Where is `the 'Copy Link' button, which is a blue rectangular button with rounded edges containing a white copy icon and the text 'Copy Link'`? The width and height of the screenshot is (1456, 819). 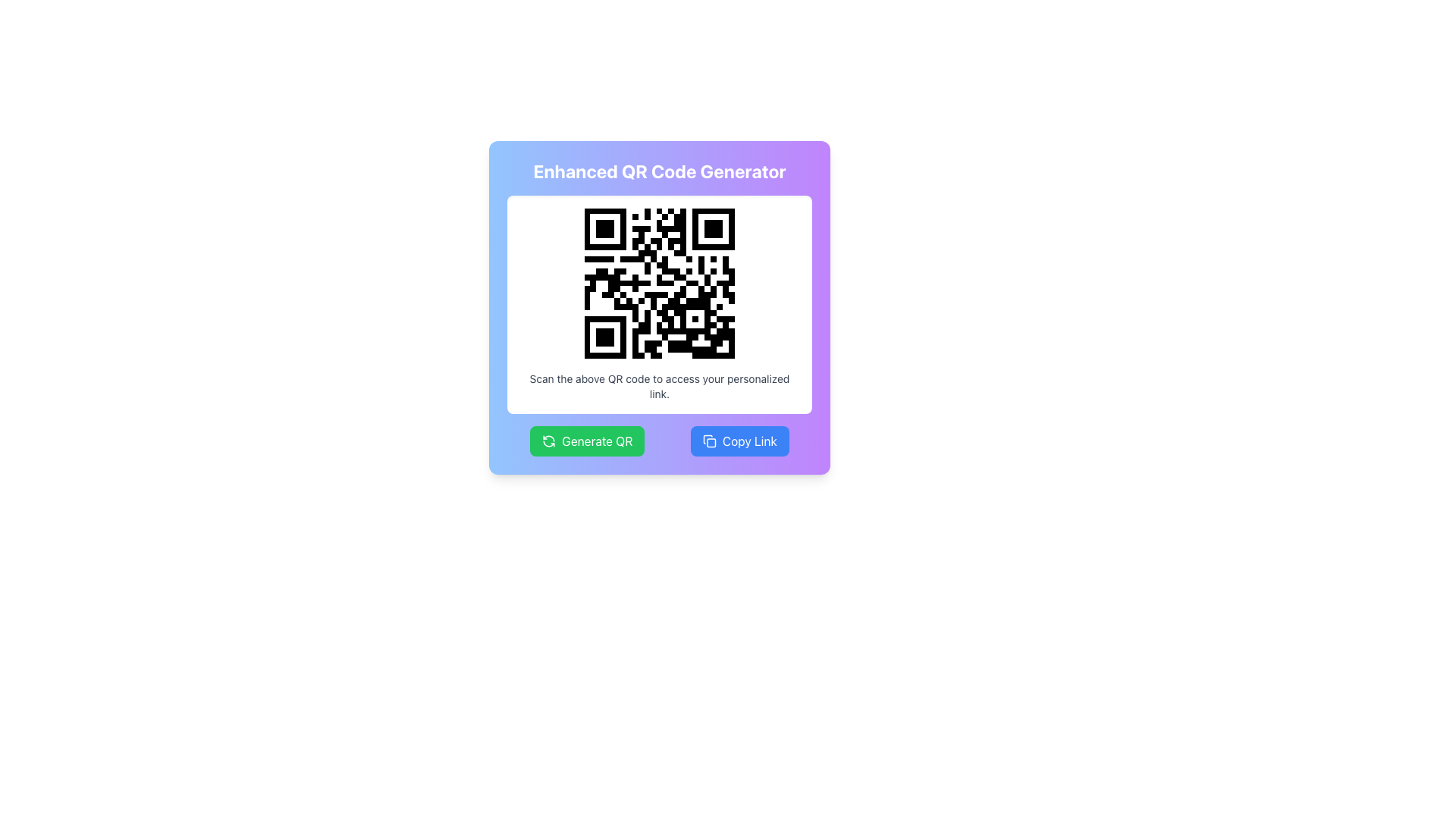
the 'Copy Link' button, which is a blue rectangular button with rounded edges containing a white copy icon and the text 'Copy Link' is located at coordinates (739, 441).